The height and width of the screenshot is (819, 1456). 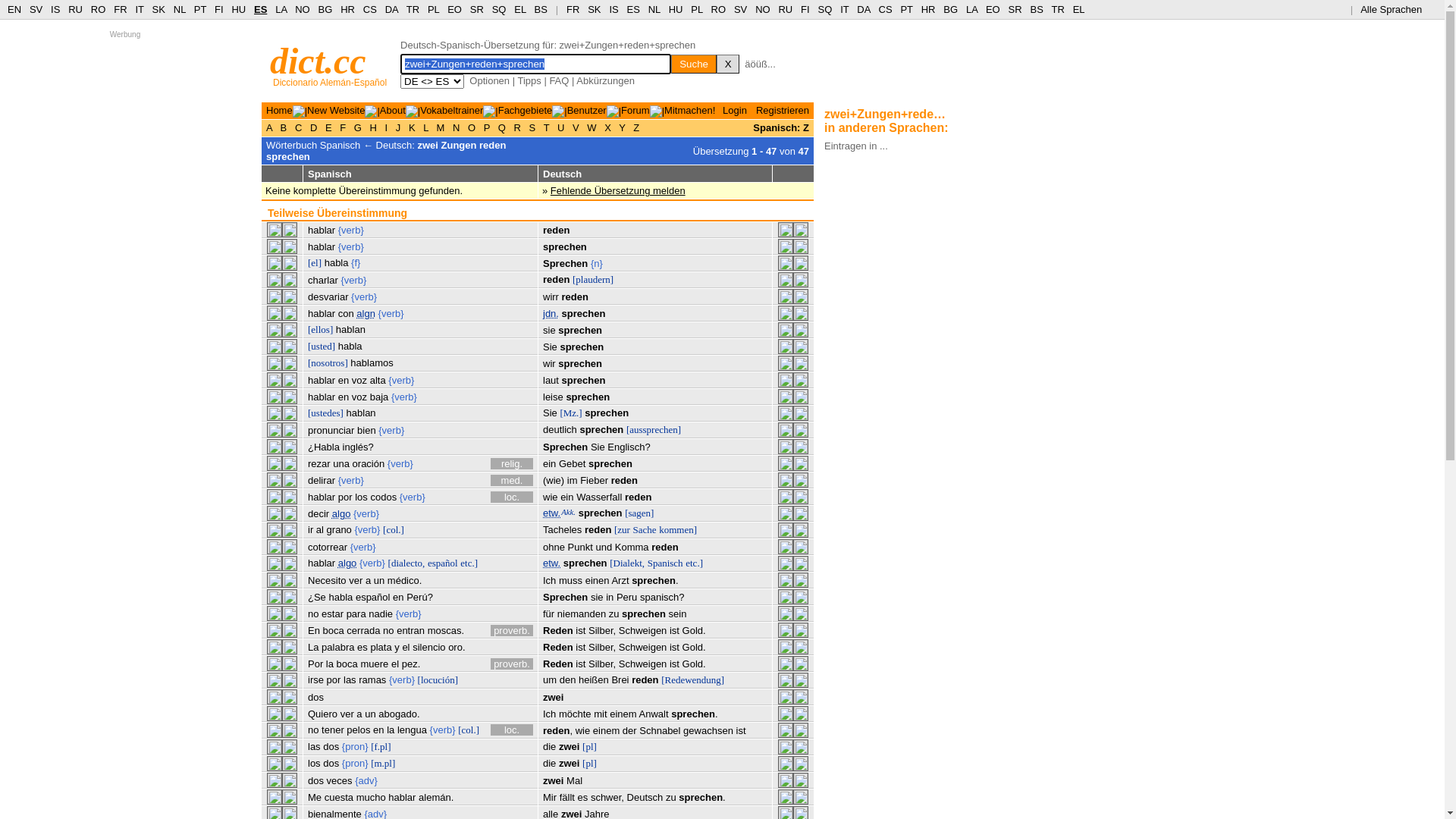 What do you see at coordinates (455, 127) in the screenshot?
I see `'N'` at bounding box center [455, 127].